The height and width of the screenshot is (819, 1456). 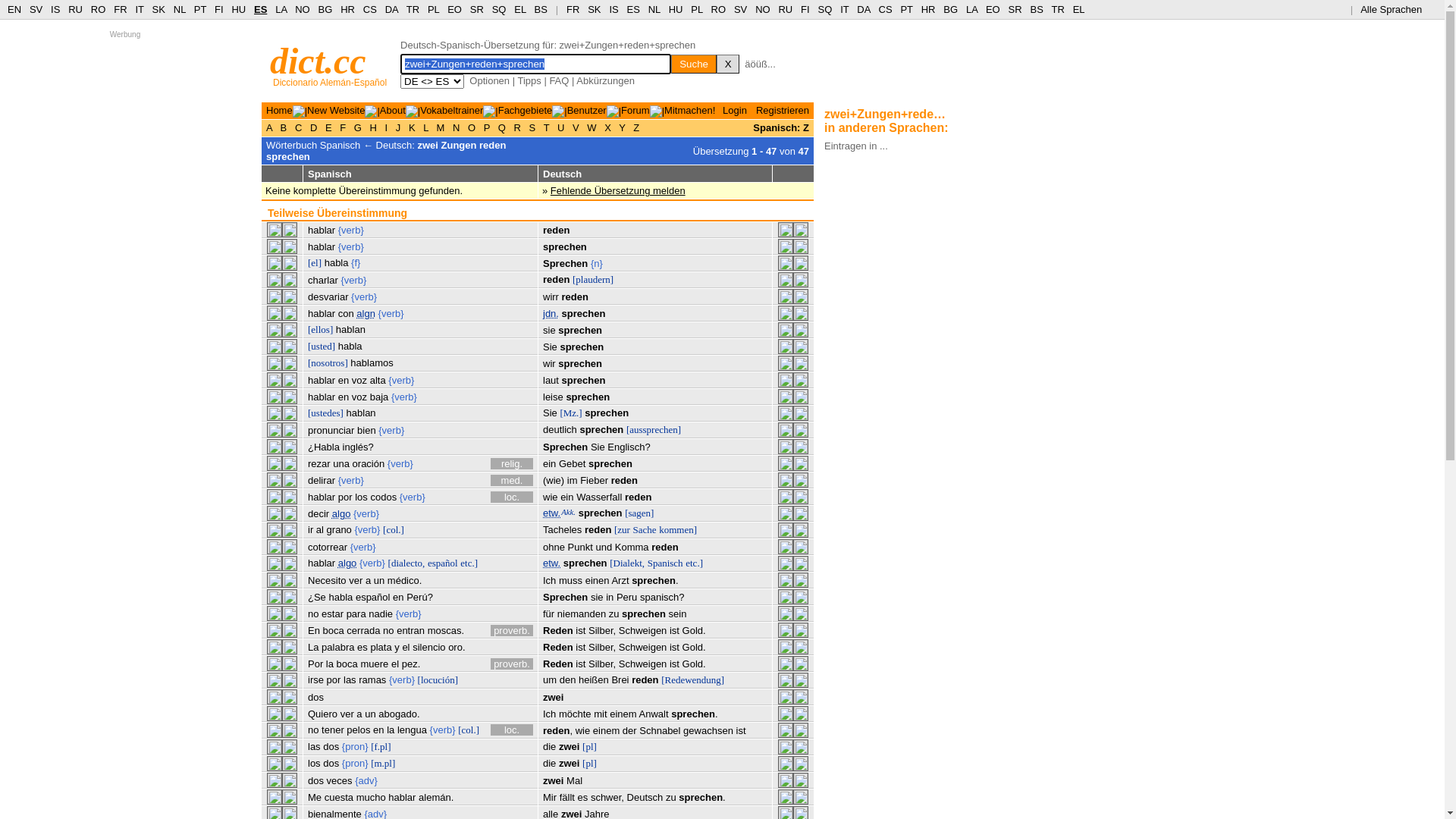 What do you see at coordinates (455, 127) in the screenshot?
I see `'N'` at bounding box center [455, 127].